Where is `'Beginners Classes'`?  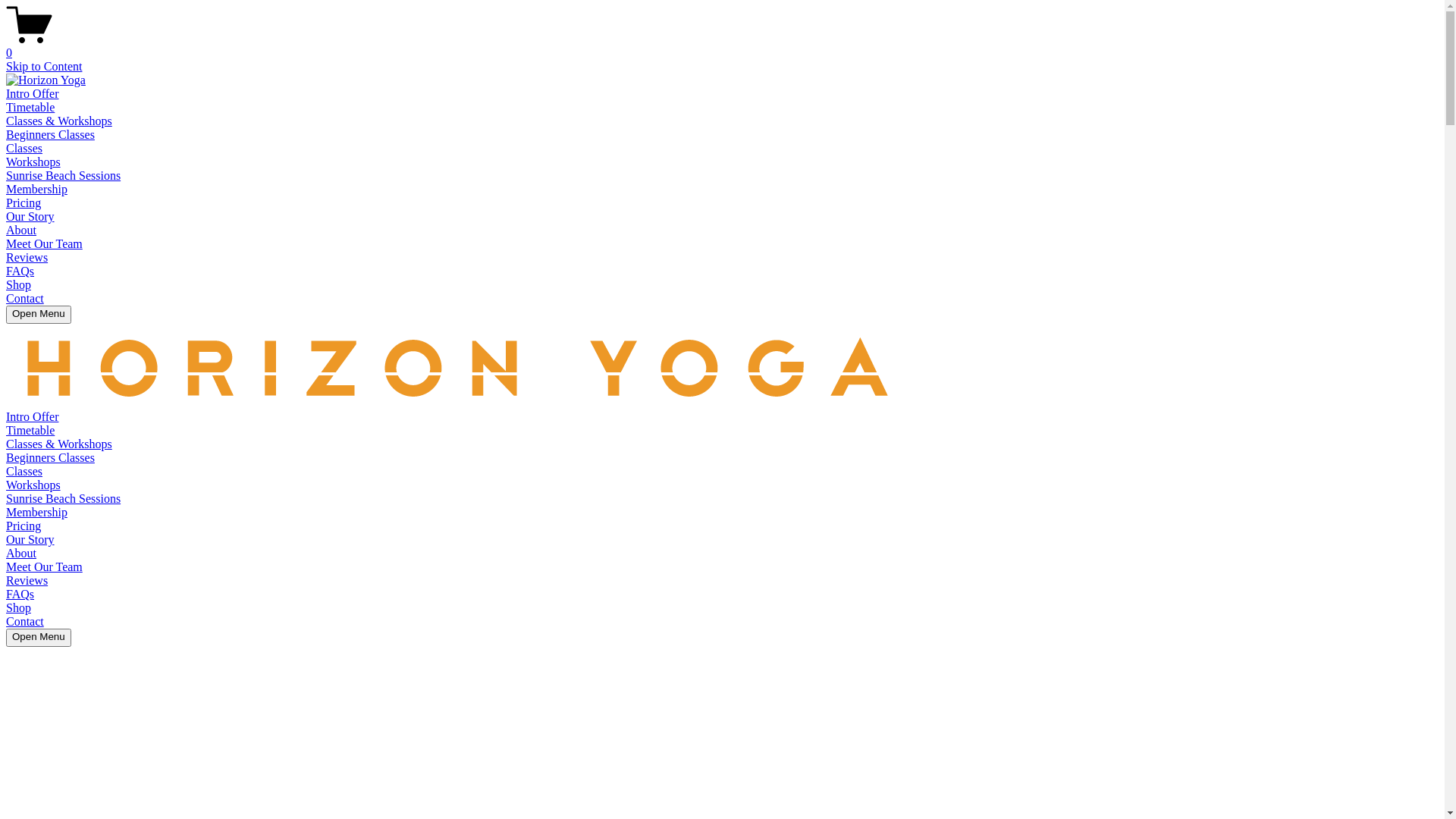
'Beginners Classes' is located at coordinates (50, 133).